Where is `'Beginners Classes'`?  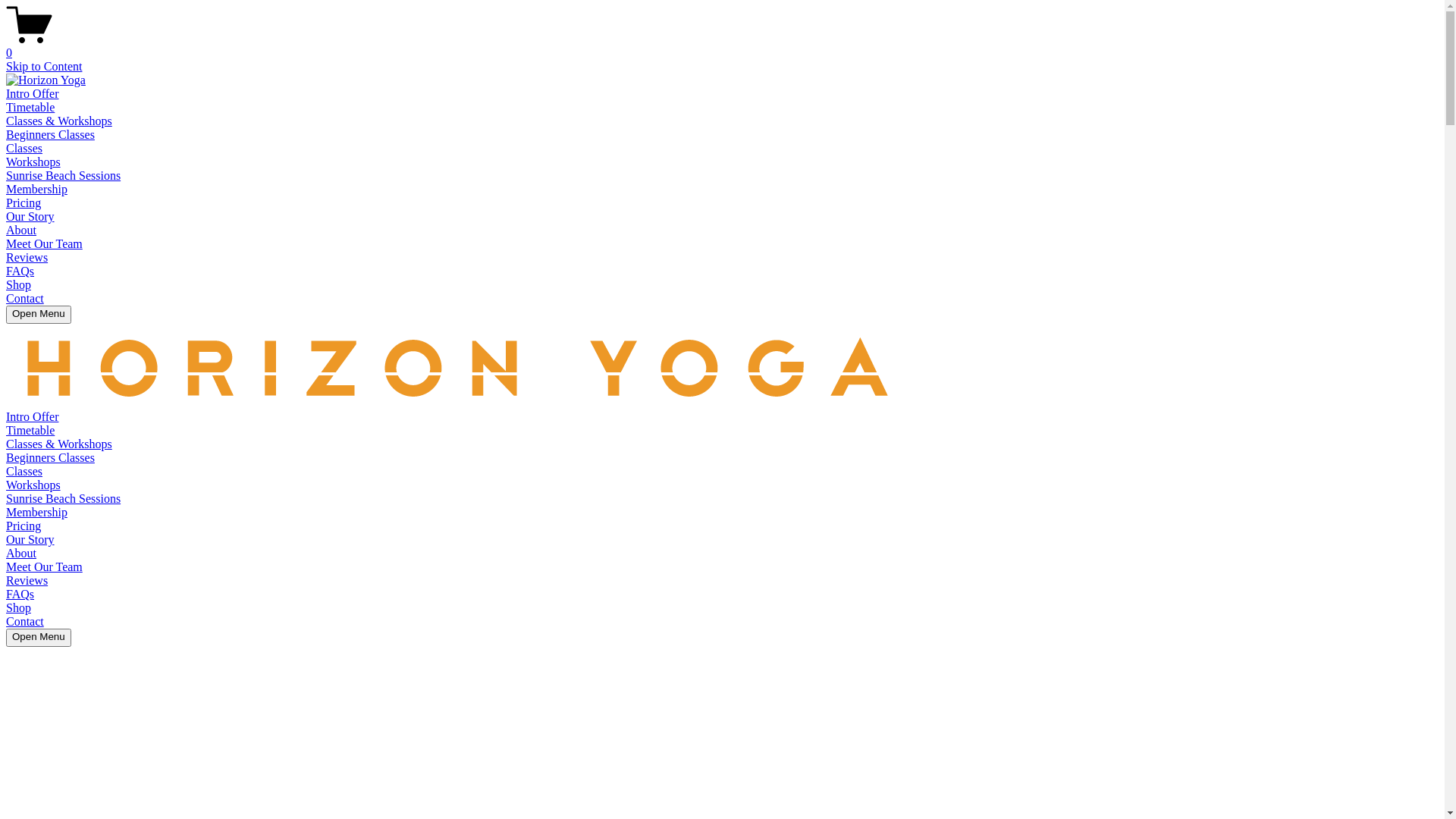
'Beginners Classes' is located at coordinates (50, 133).